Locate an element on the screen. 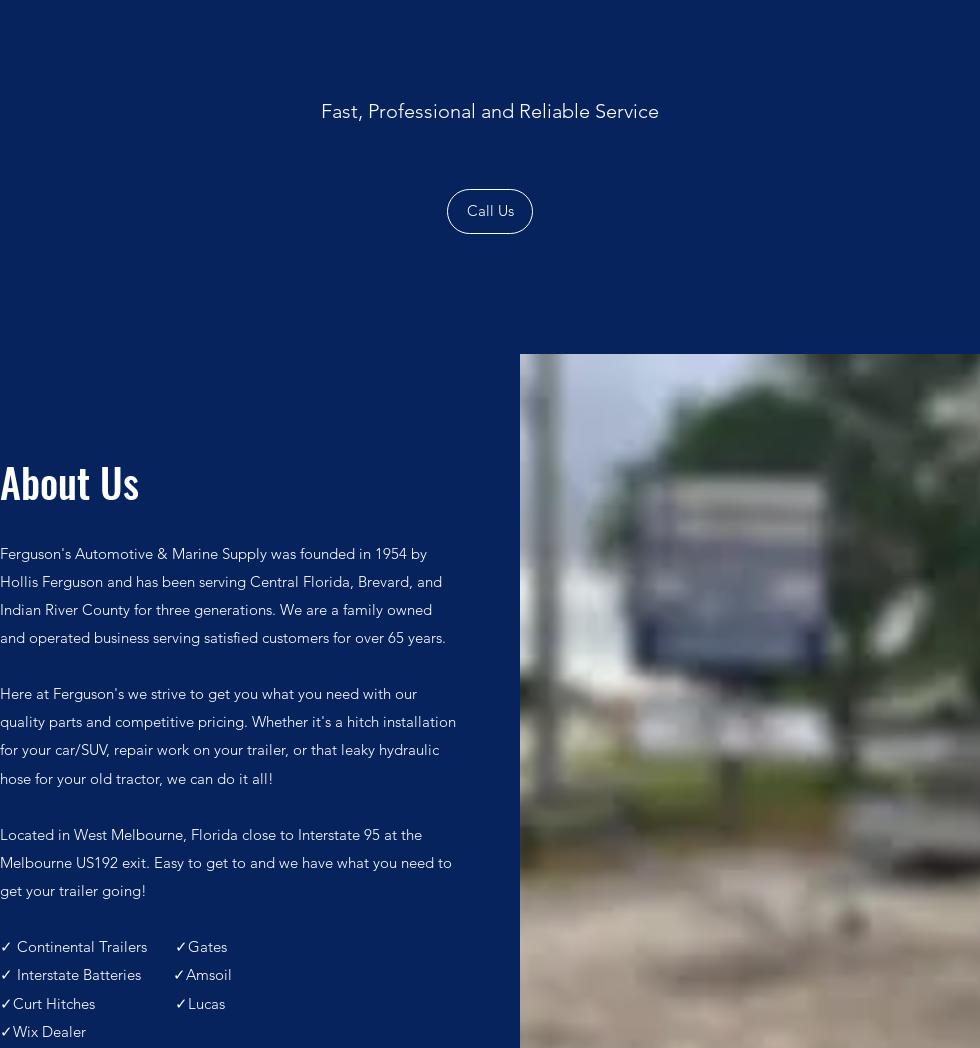  '✓ Interstate Batteries        ✓Amsoil' is located at coordinates (116, 973).